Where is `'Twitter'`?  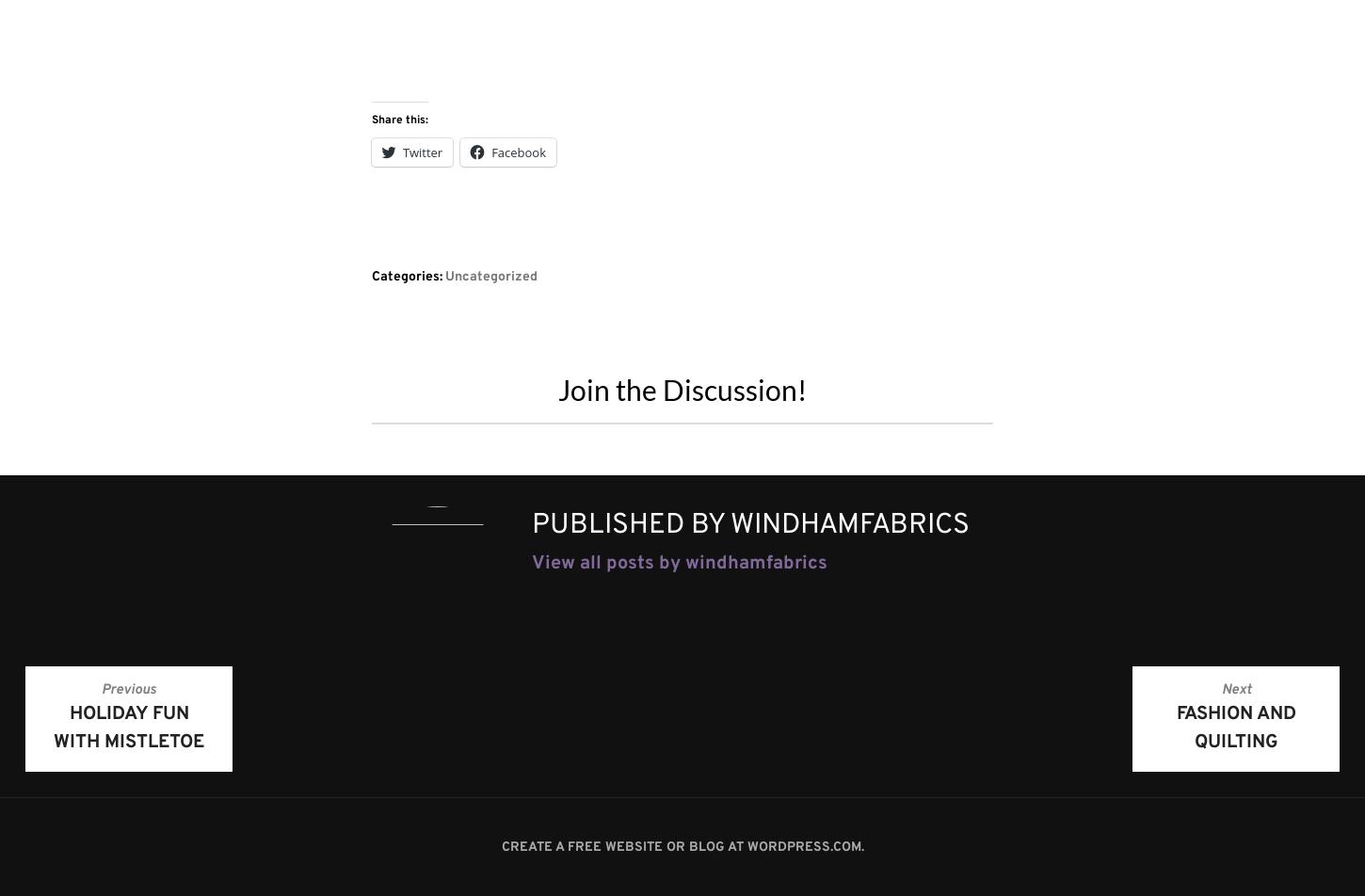
'Twitter' is located at coordinates (402, 151).